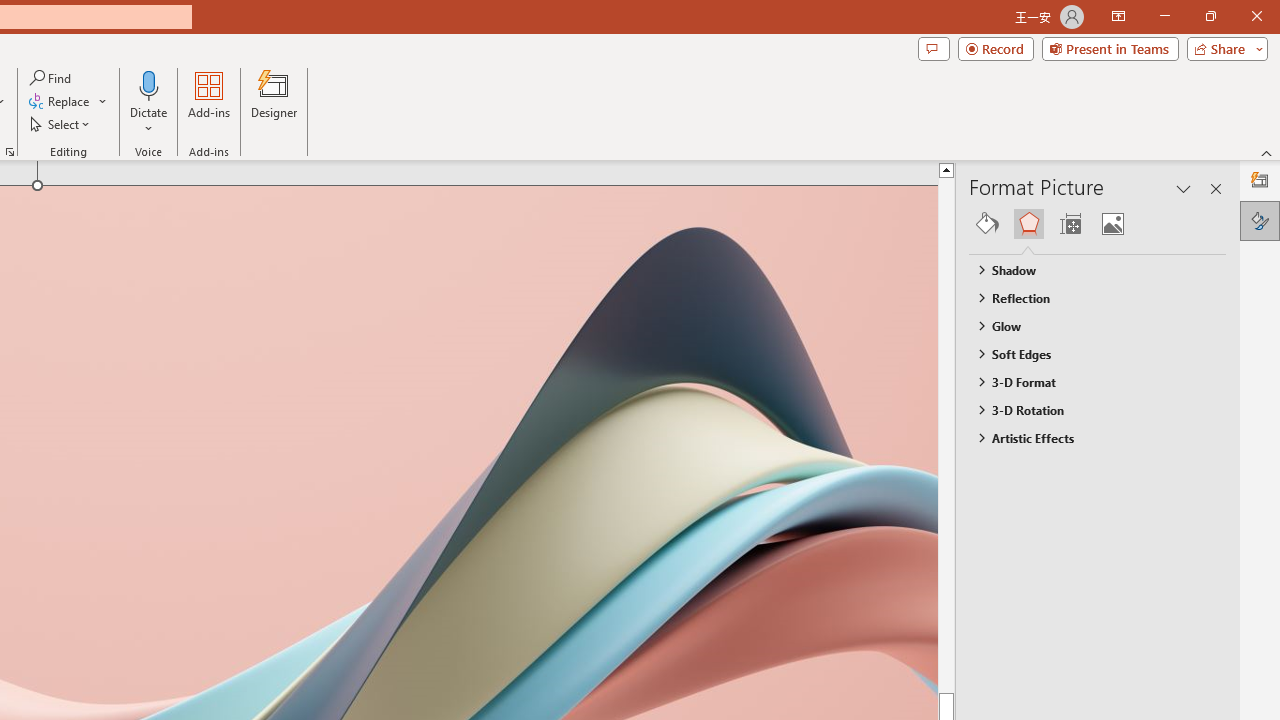 This screenshot has height=720, width=1280. Describe the element at coordinates (995, 47) in the screenshot. I see `'Record'` at that location.